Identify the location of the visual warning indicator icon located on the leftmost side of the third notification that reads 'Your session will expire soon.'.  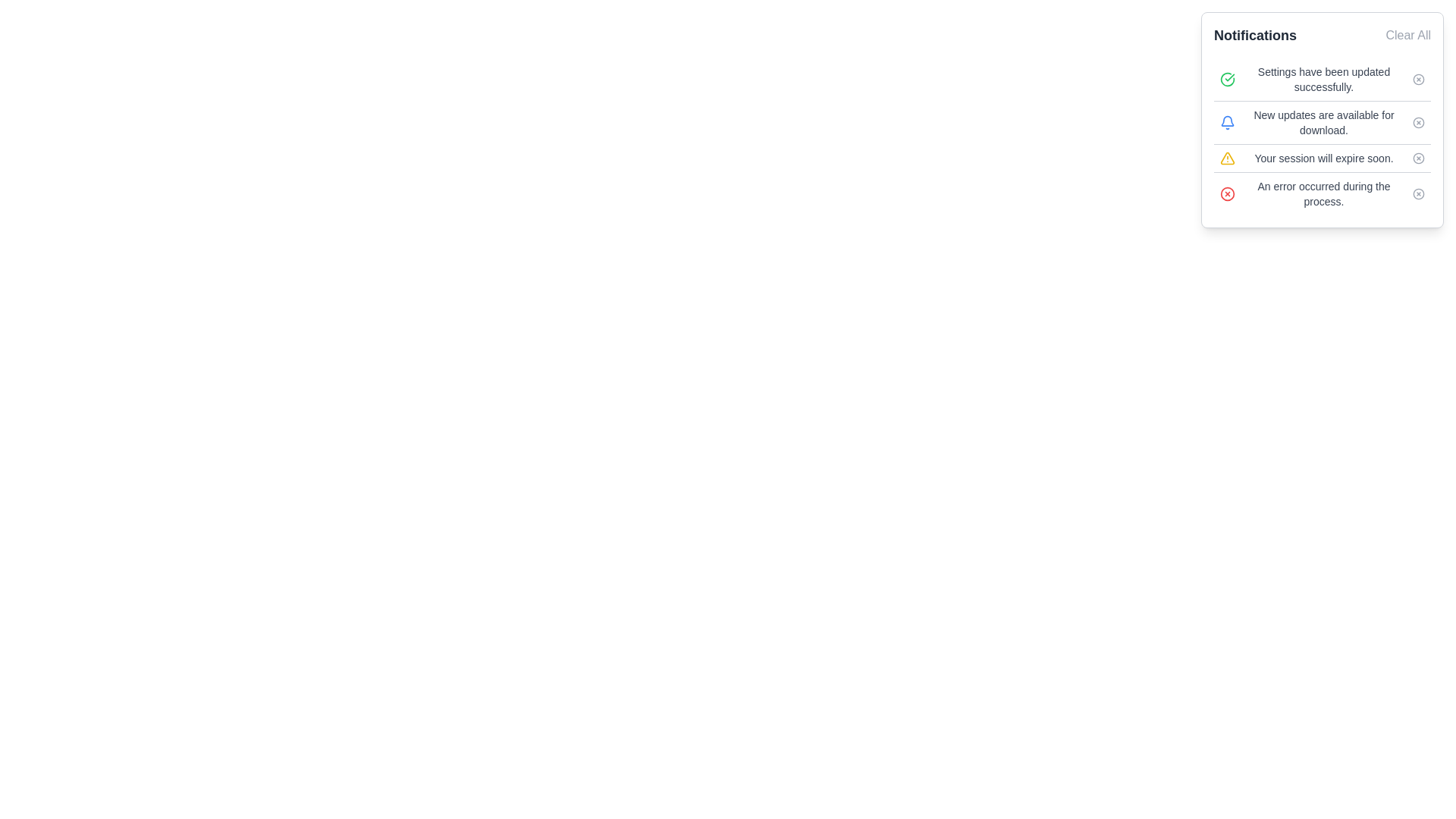
(1227, 158).